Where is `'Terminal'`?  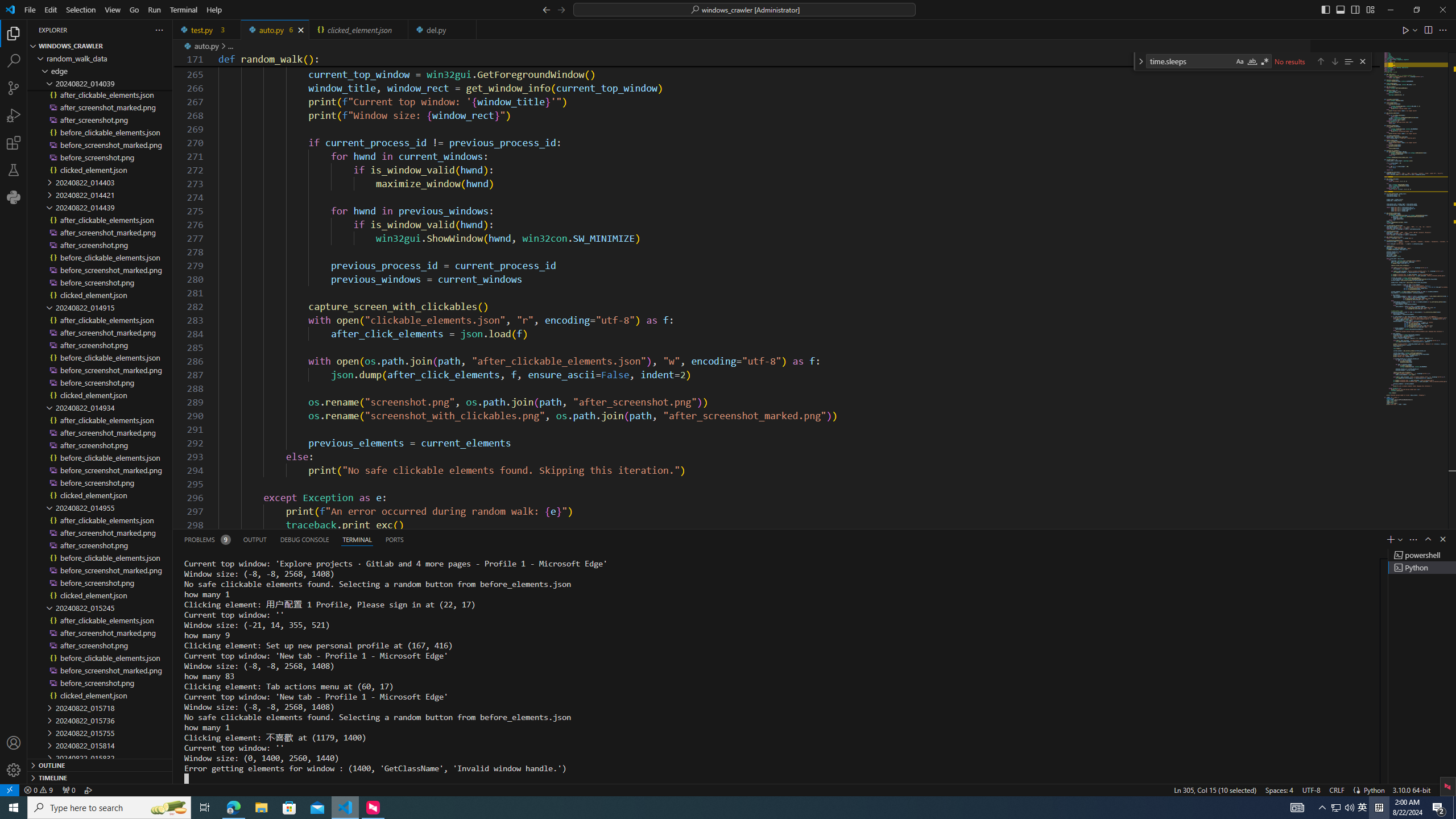
'Terminal' is located at coordinates (183, 9).